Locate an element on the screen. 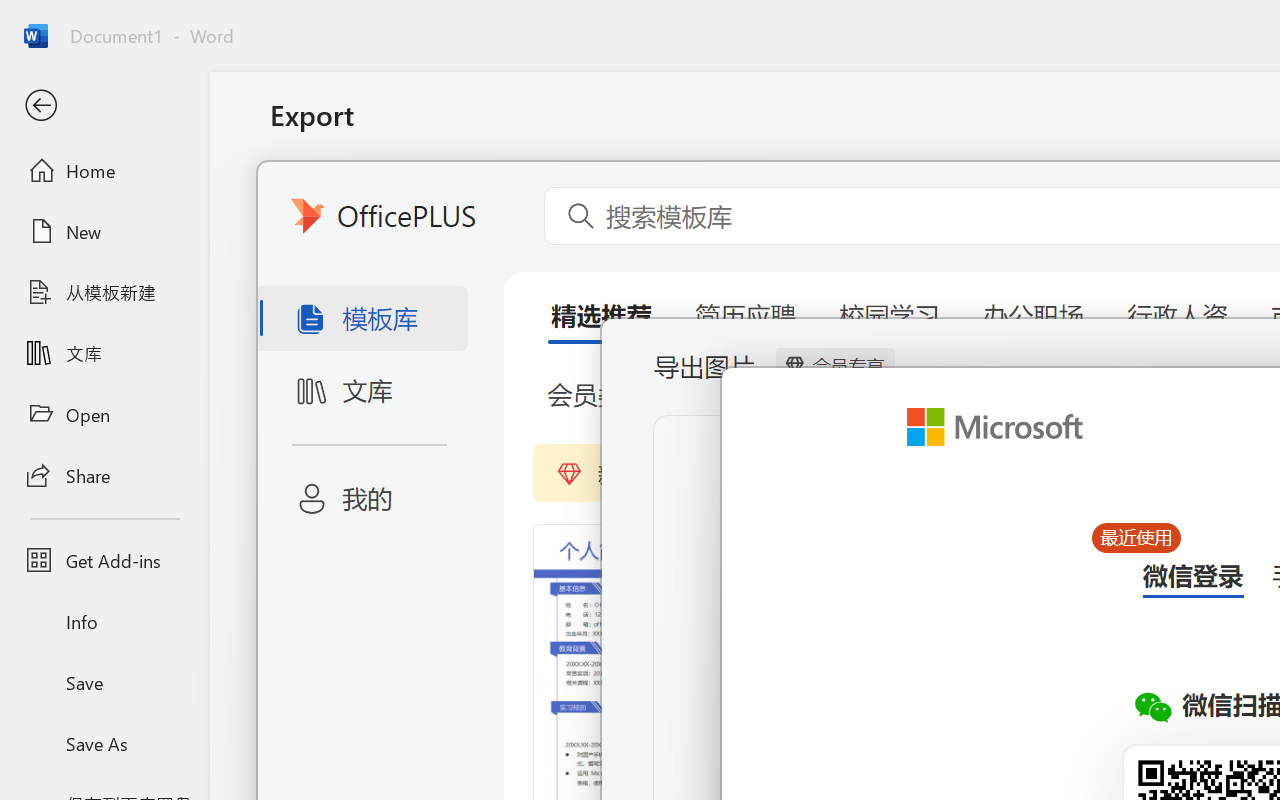 This screenshot has height=800, width=1280. 'Back' is located at coordinates (103, 105).